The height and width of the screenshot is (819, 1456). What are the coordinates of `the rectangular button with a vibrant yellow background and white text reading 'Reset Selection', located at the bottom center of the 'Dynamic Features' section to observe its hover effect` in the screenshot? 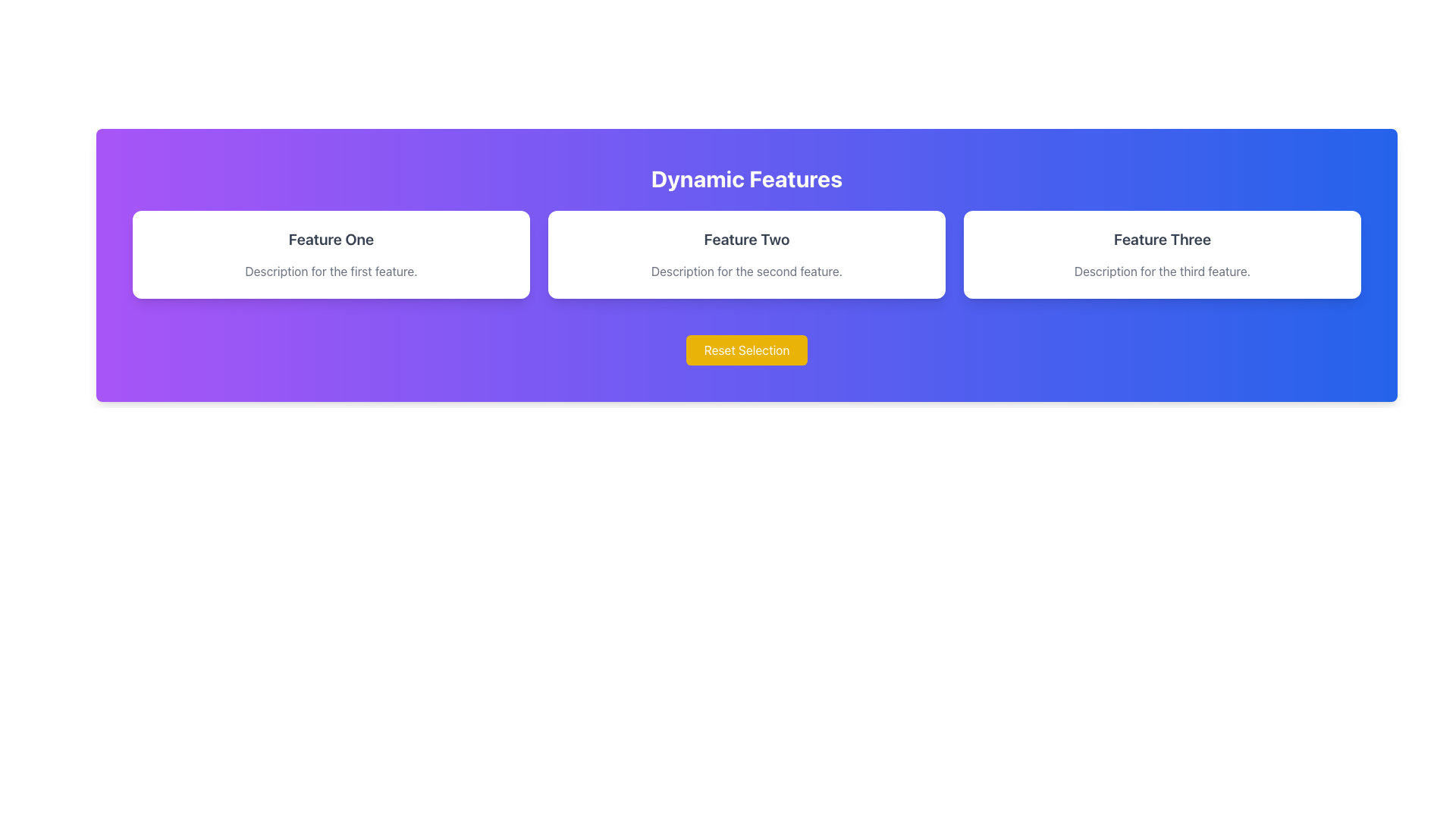 It's located at (746, 341).